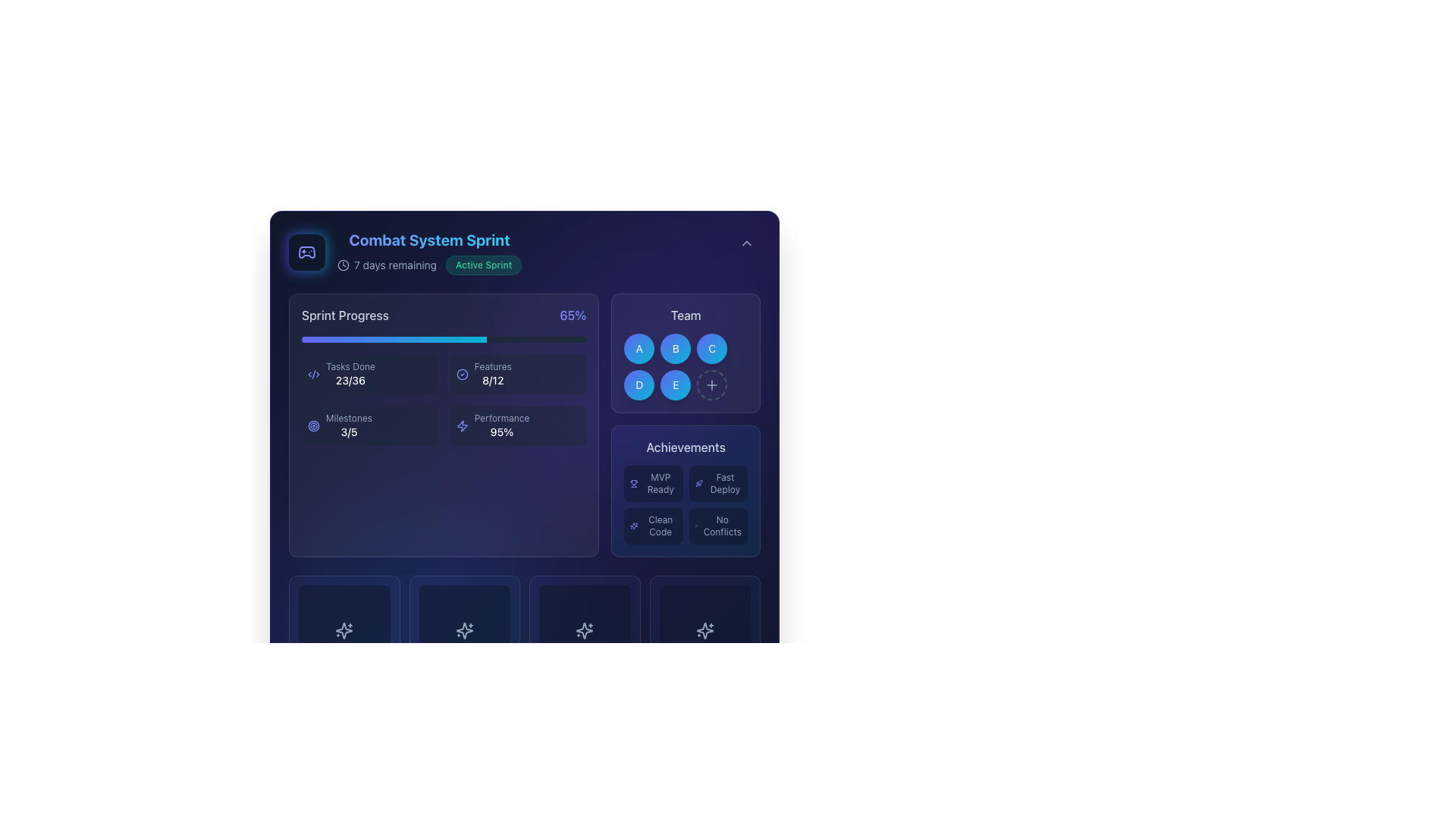 The height and width of the screenshot is (819, 1456). I want to click on inner circle of the checkmark icon in the 'Combat System Sprint' header section using developer tools, so click(461, 374).